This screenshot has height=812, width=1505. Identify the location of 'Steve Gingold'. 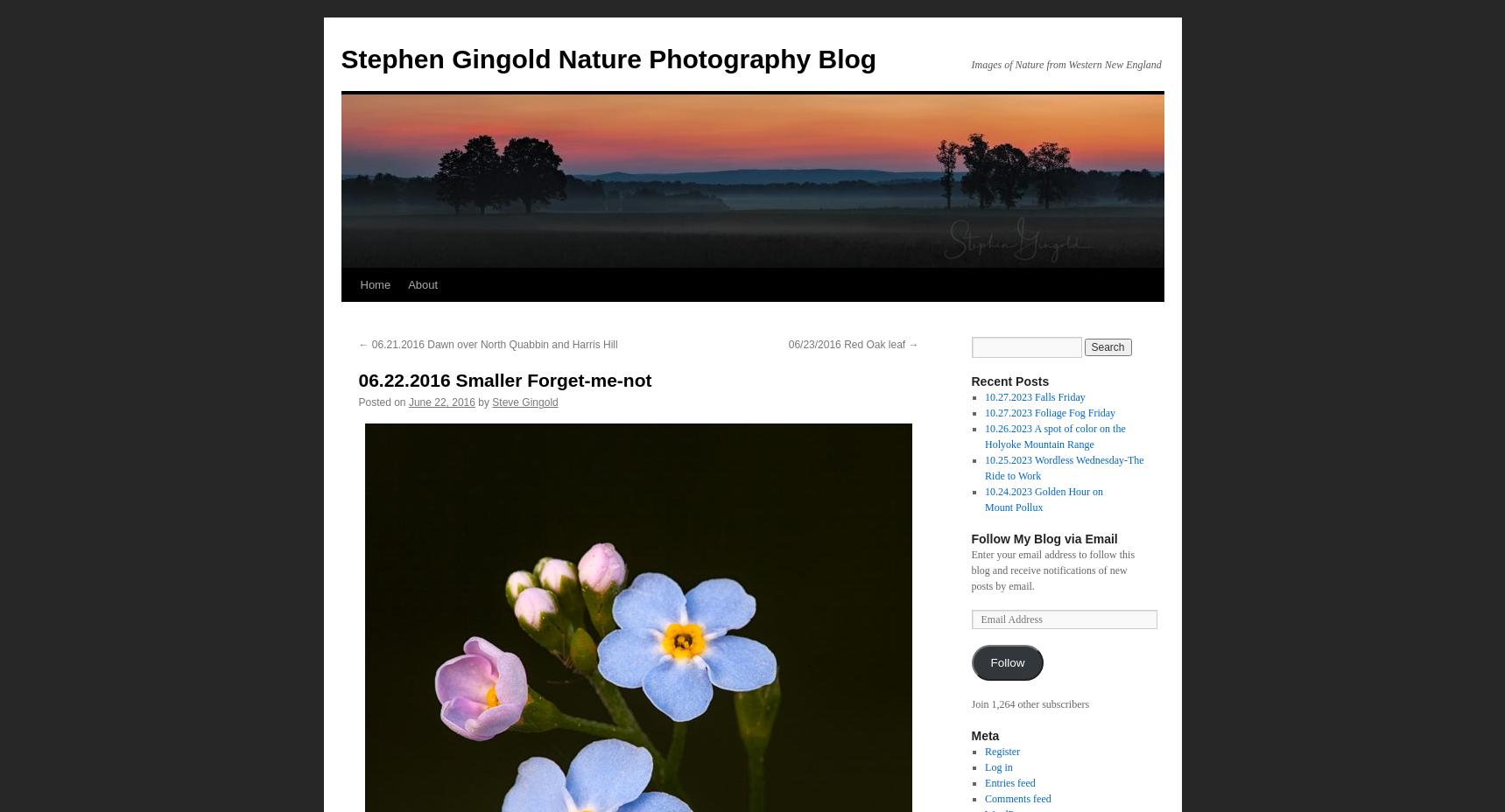
(524, 402).